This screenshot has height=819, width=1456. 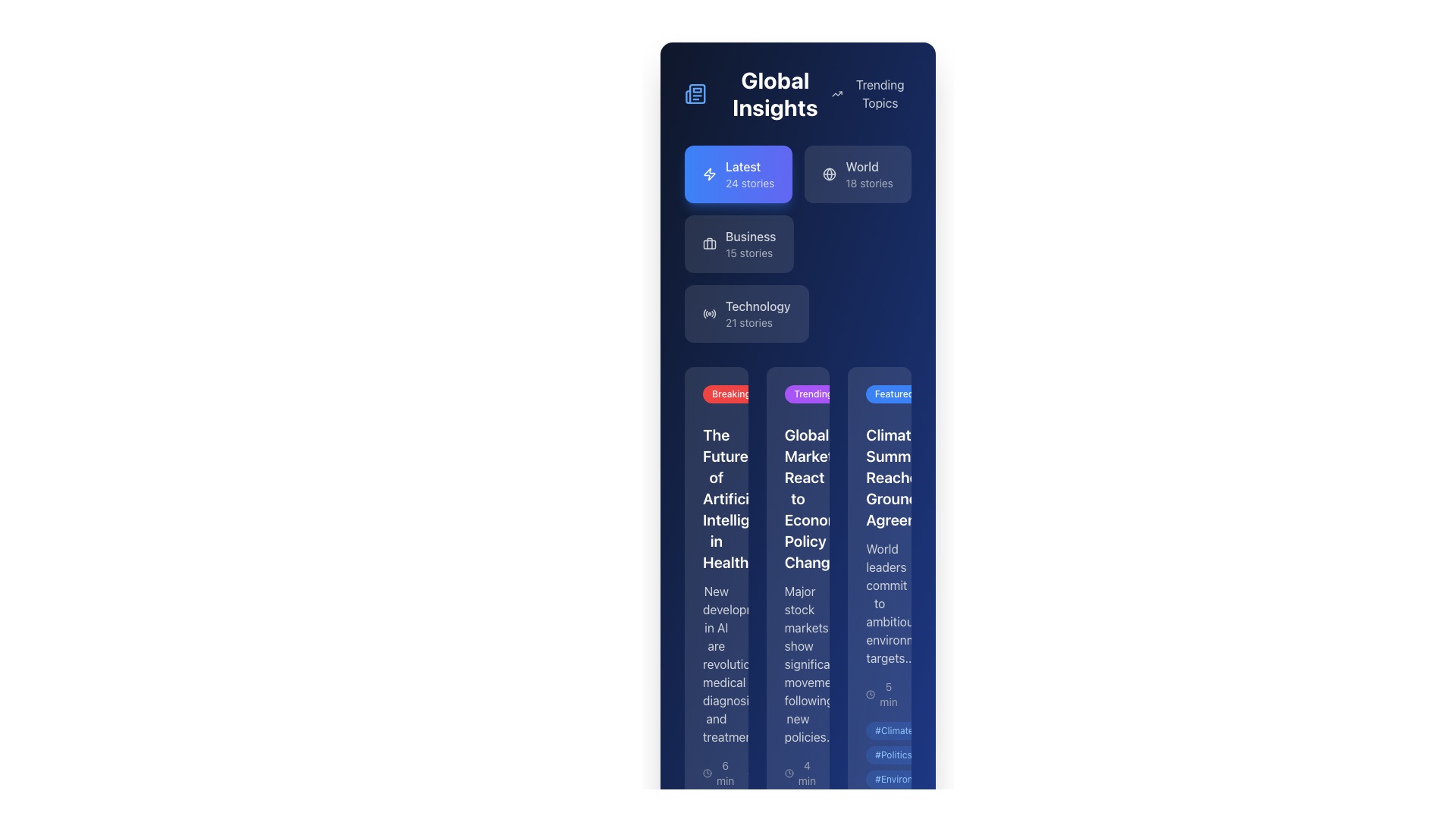 What do you see at coordinates (709, 174) in the screenshot?
I see `the lightning bolt icon located in the 'Latest 24 stories' component, which represents energy, speed, or activation` at bounding box center [709, 174].